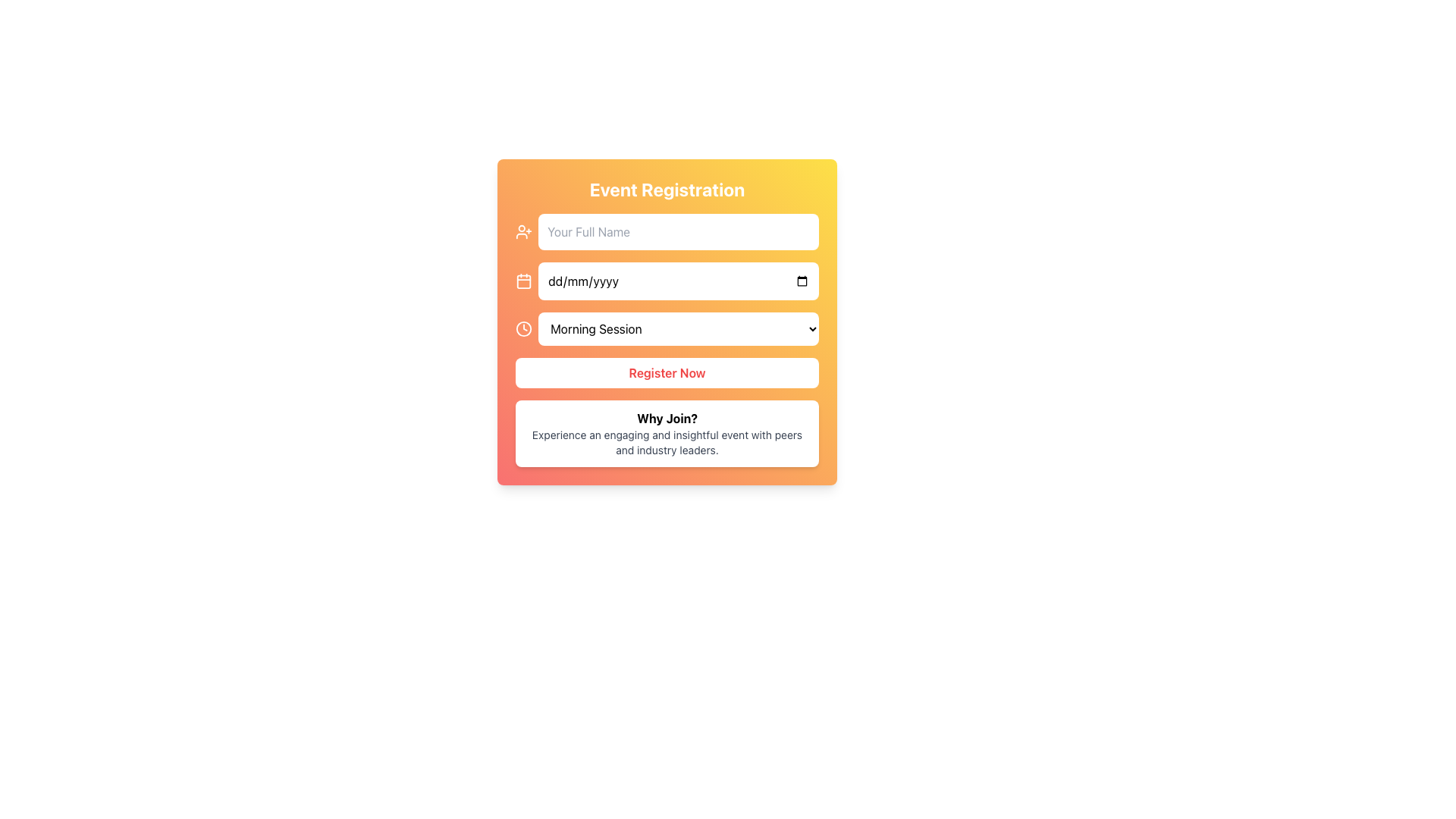 The height and width of the screenshot is (819, 1456). I want to click on the solid orange square with slightly rounded corners inside the calendar icon, which is the second icon from the top in the column of icons on the left side of the form, so click(524, 281).